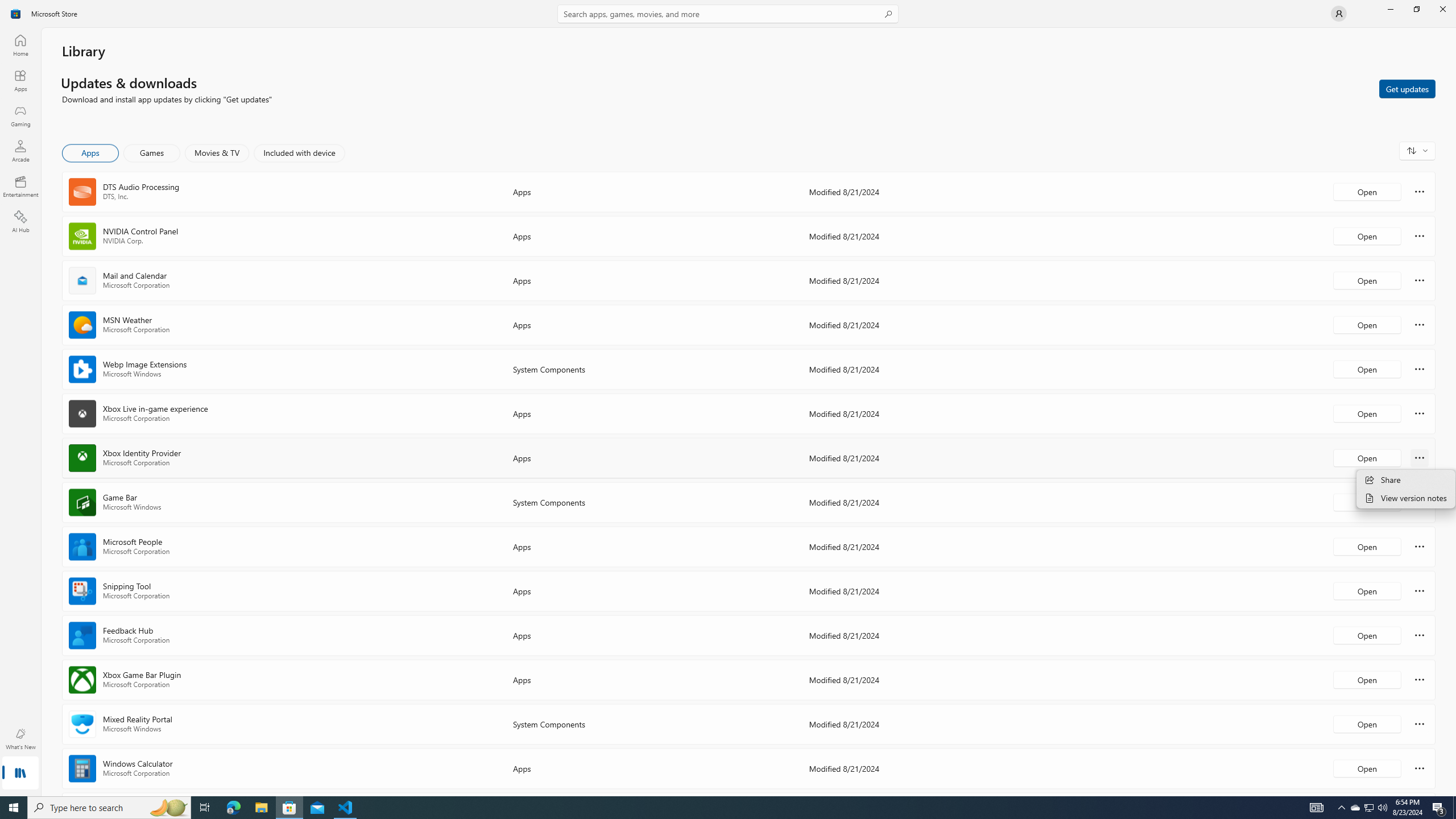 The width and height of the screenshot is (1456, 819). I want to click on 'Home', so click(19, 44).